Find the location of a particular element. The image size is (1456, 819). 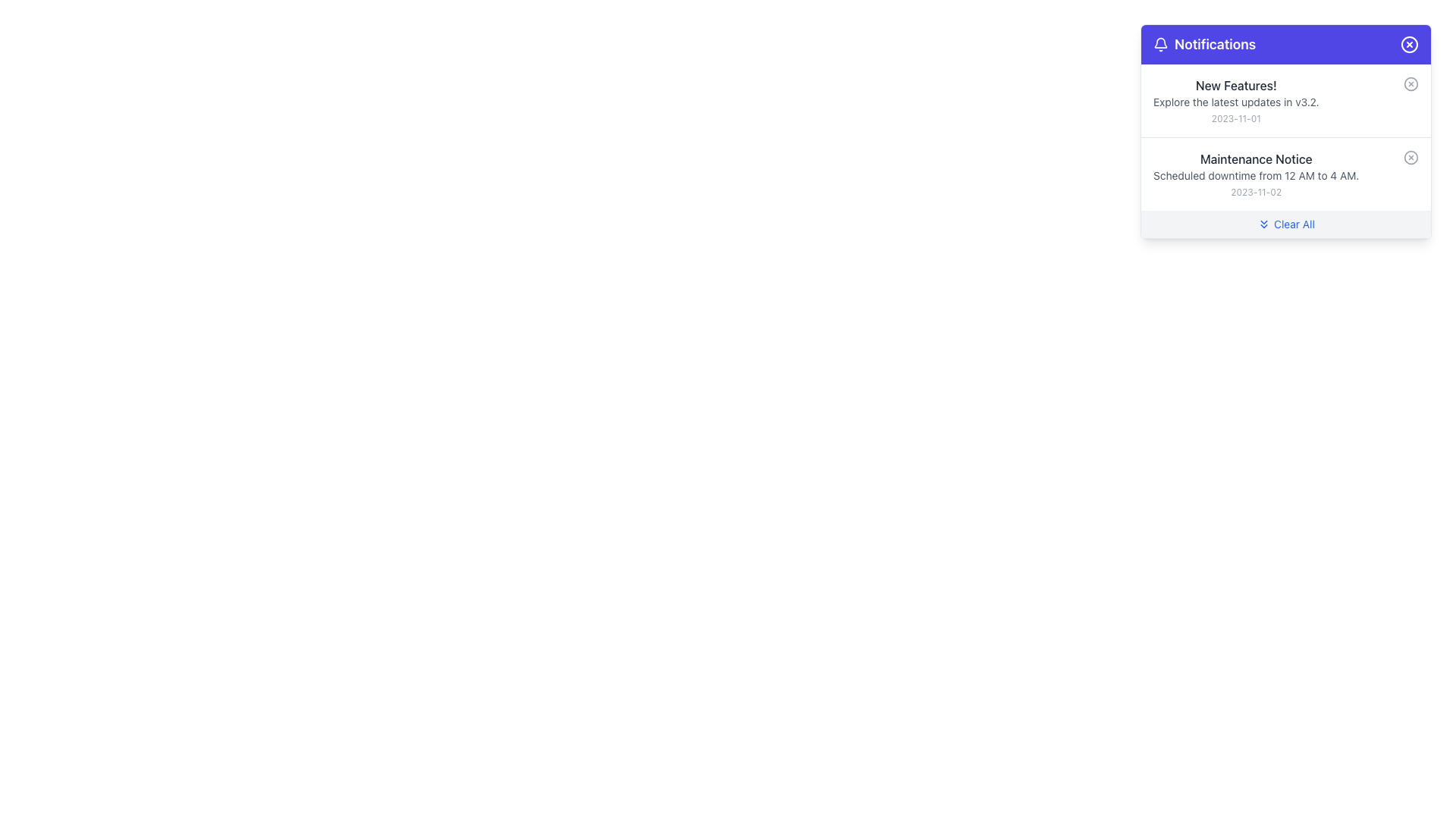

the 'Clear All' button located at the bottom of the 'Notifications' section is located at coordinates (1285, 224).